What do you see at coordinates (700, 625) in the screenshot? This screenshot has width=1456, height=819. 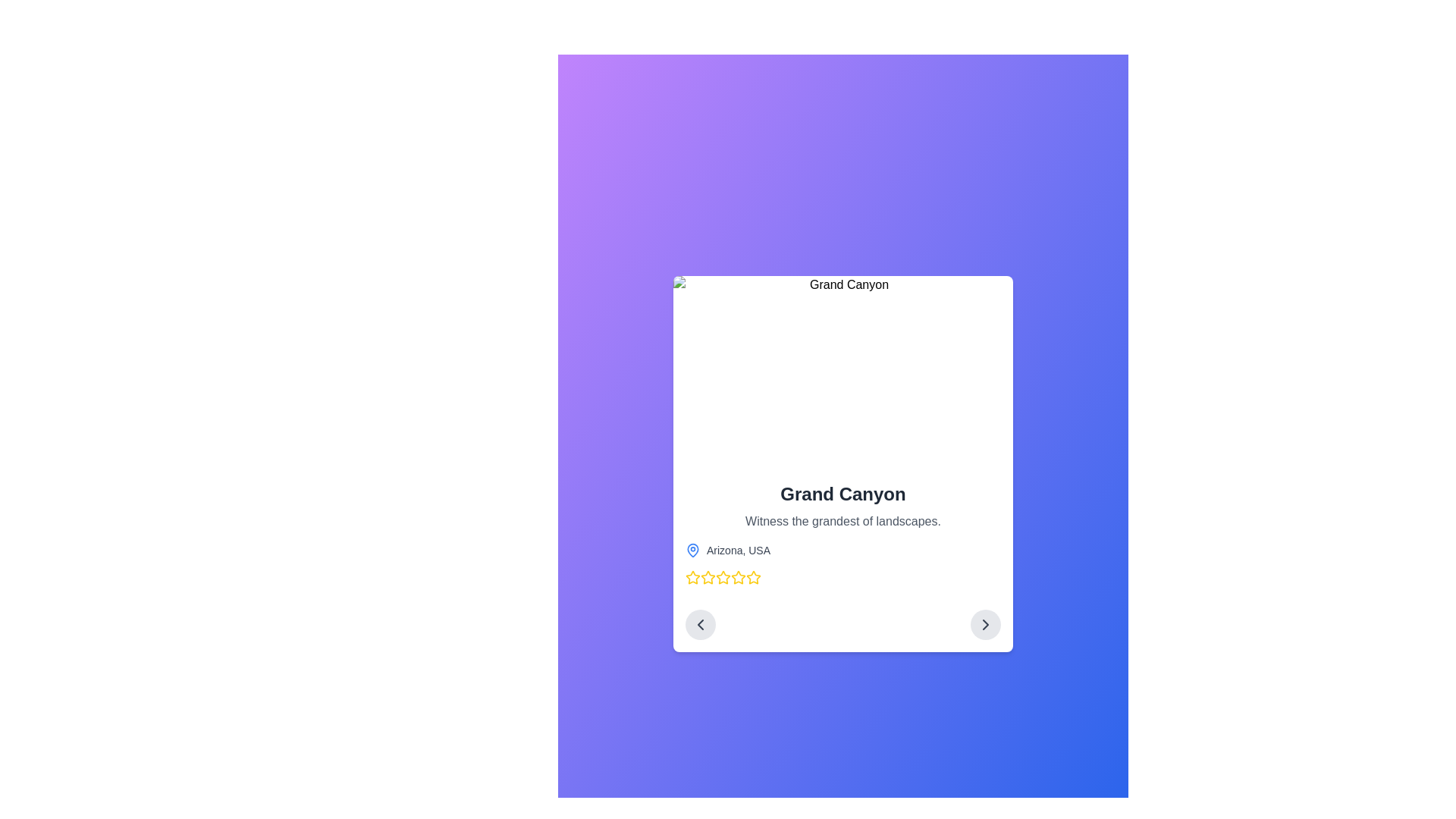 I see `the left chevron icon located within the leftward circular button beneath the main content, which is part of the left navigation control` at bounding box center [700, 625].